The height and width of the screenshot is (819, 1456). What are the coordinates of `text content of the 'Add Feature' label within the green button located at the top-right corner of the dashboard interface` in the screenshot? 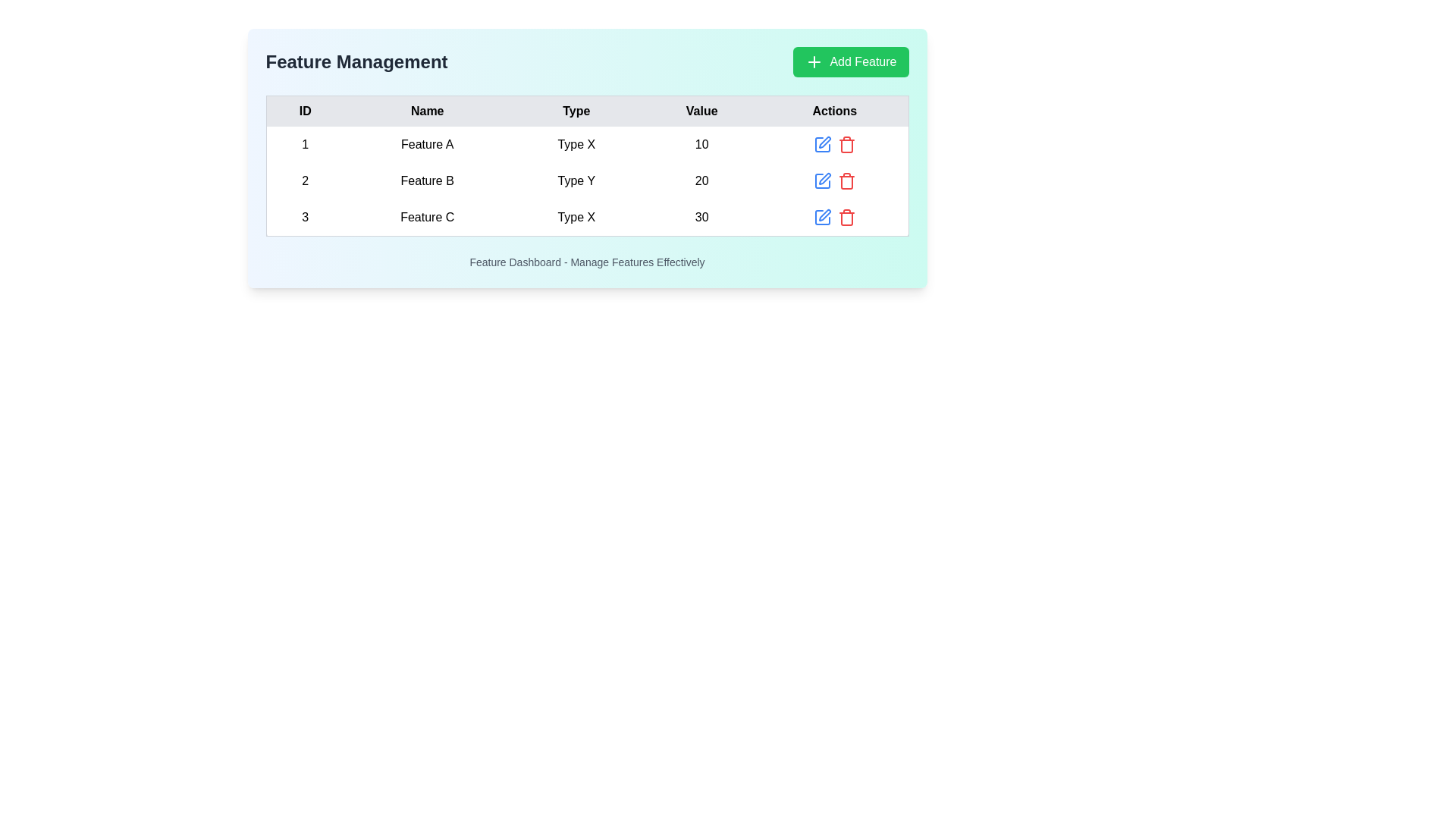 It's located at (863, 61).